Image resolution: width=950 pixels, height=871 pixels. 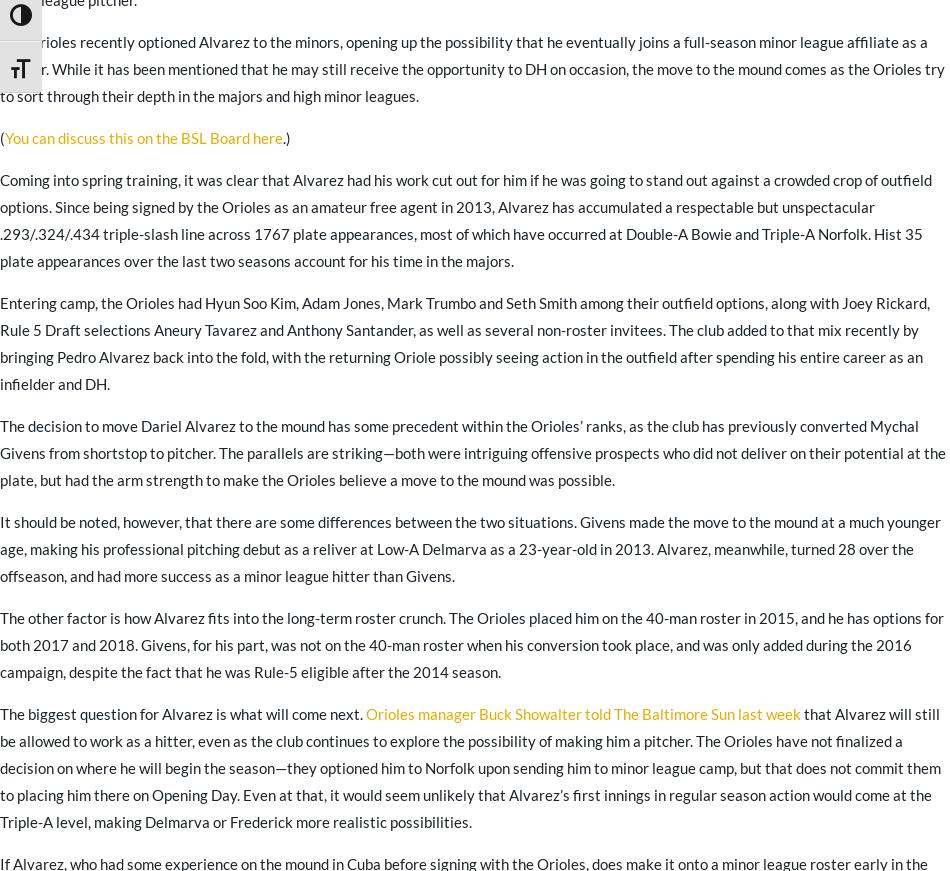 I want to click on 'Orioles manager Buck Showalter told The Baltimore Sun last week', so click(x=583, y=712).